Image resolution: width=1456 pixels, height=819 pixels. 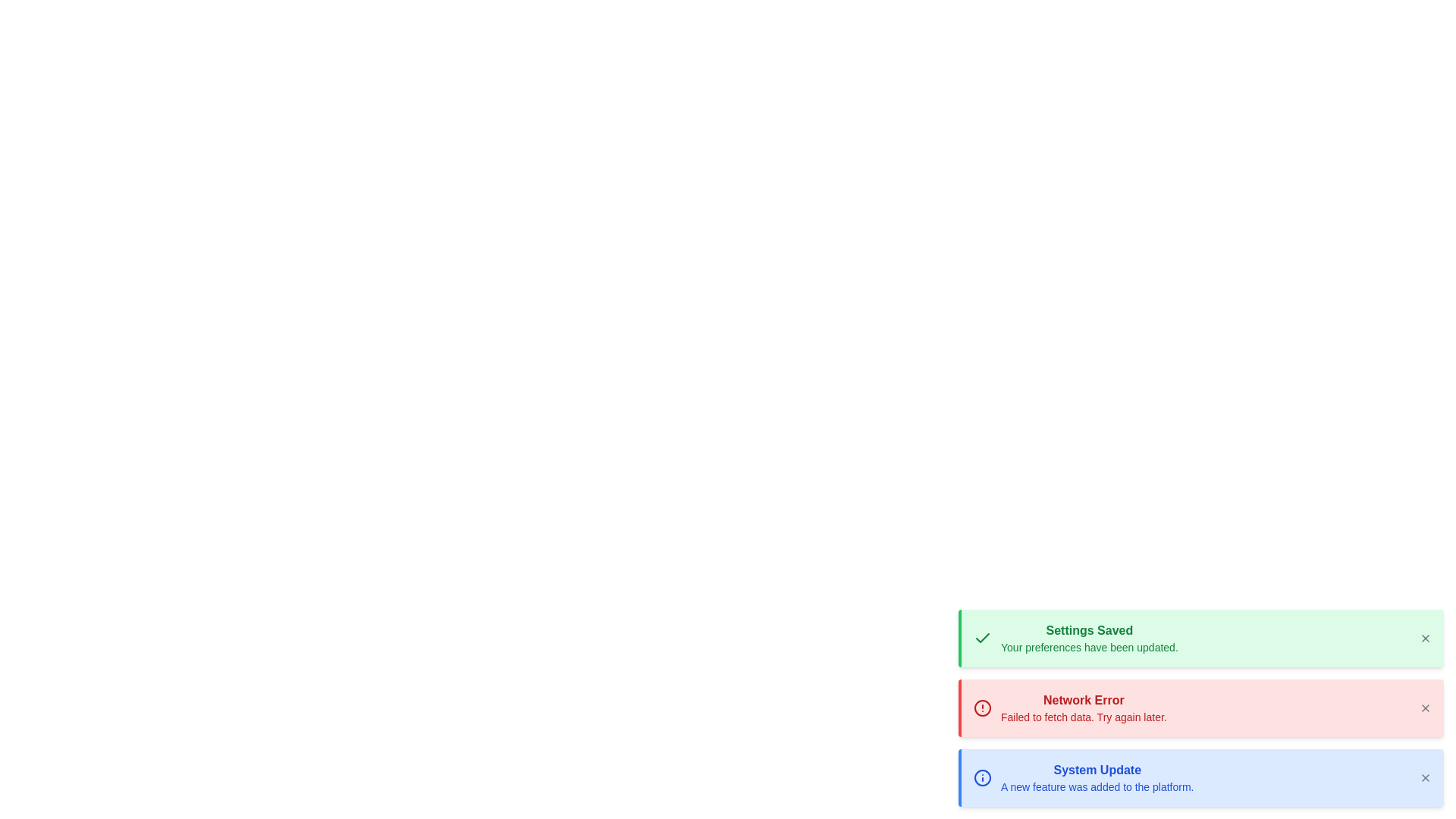 What do you see at coordinates (1200, 708) in the screenshot?
I see `information displayed on the network error notification card located at the bottom-right corner of the interface` at bounding box center [1200, 708].